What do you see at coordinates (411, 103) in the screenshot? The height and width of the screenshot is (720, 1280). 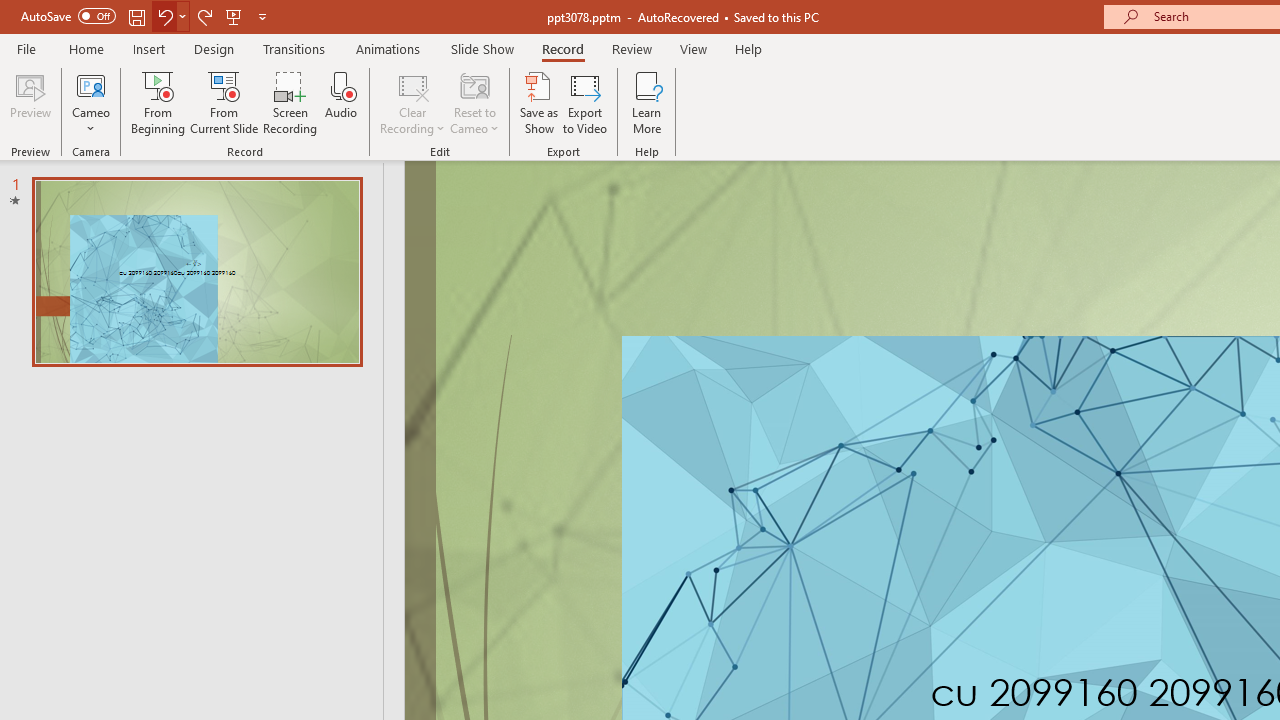 I see `'Clear Recording'` at bounding box center [411, 103].